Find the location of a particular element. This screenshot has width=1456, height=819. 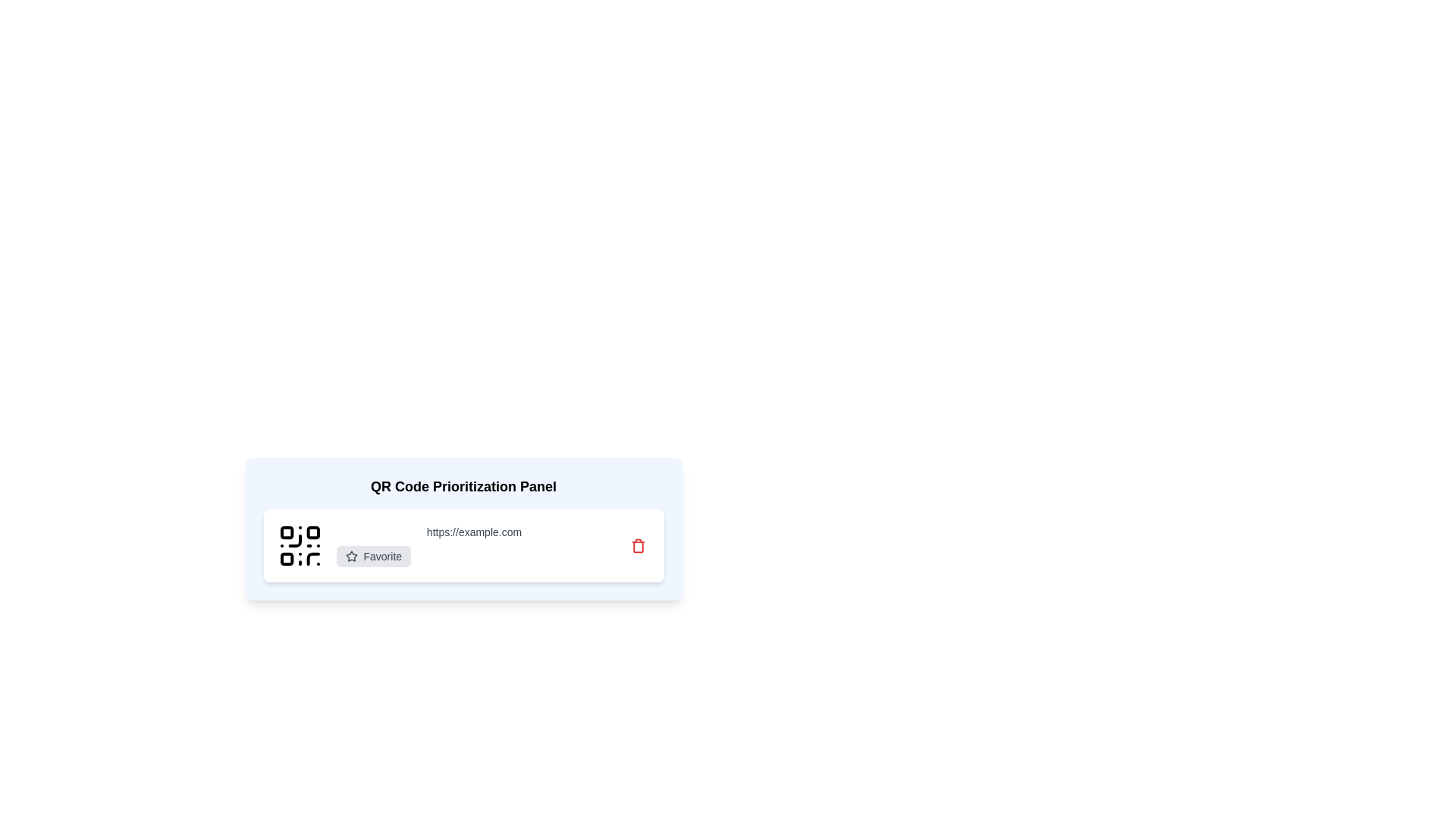

the SVG rectangle element that is part of the QR code located in the top-left corner of the QR code layout is located at coordinates (287, 532).